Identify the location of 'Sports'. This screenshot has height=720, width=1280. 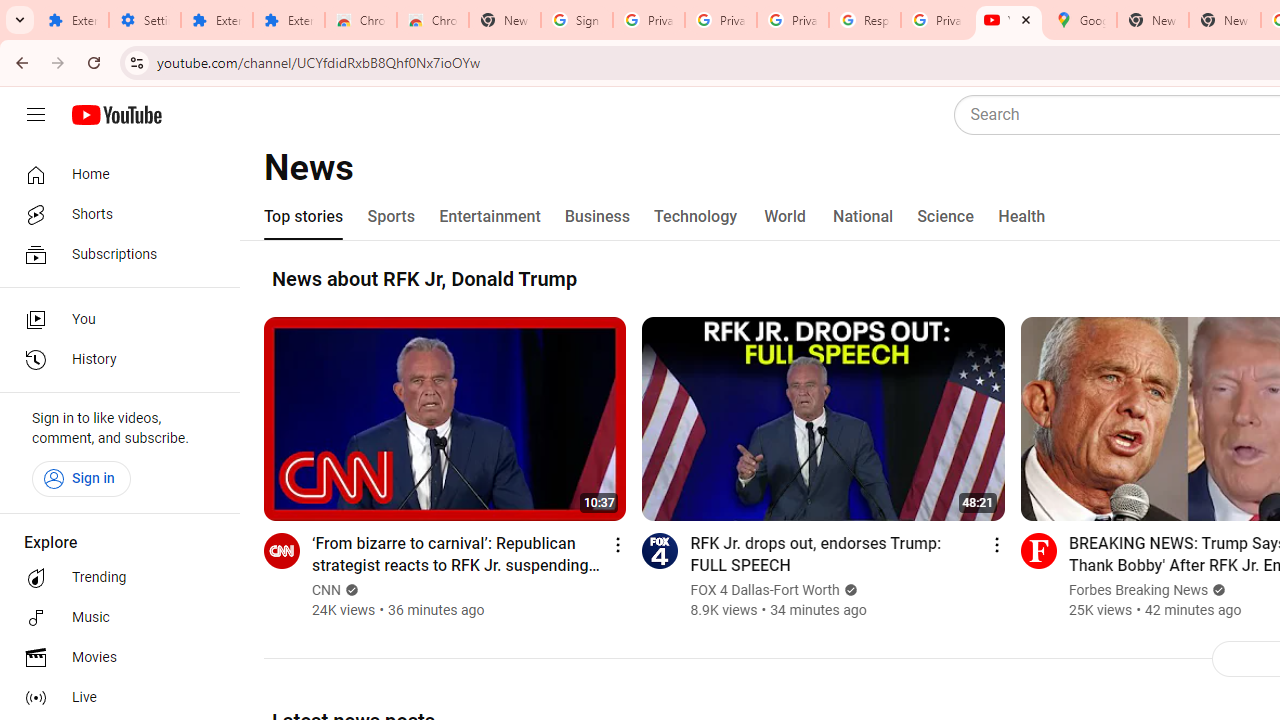
(391, 217).